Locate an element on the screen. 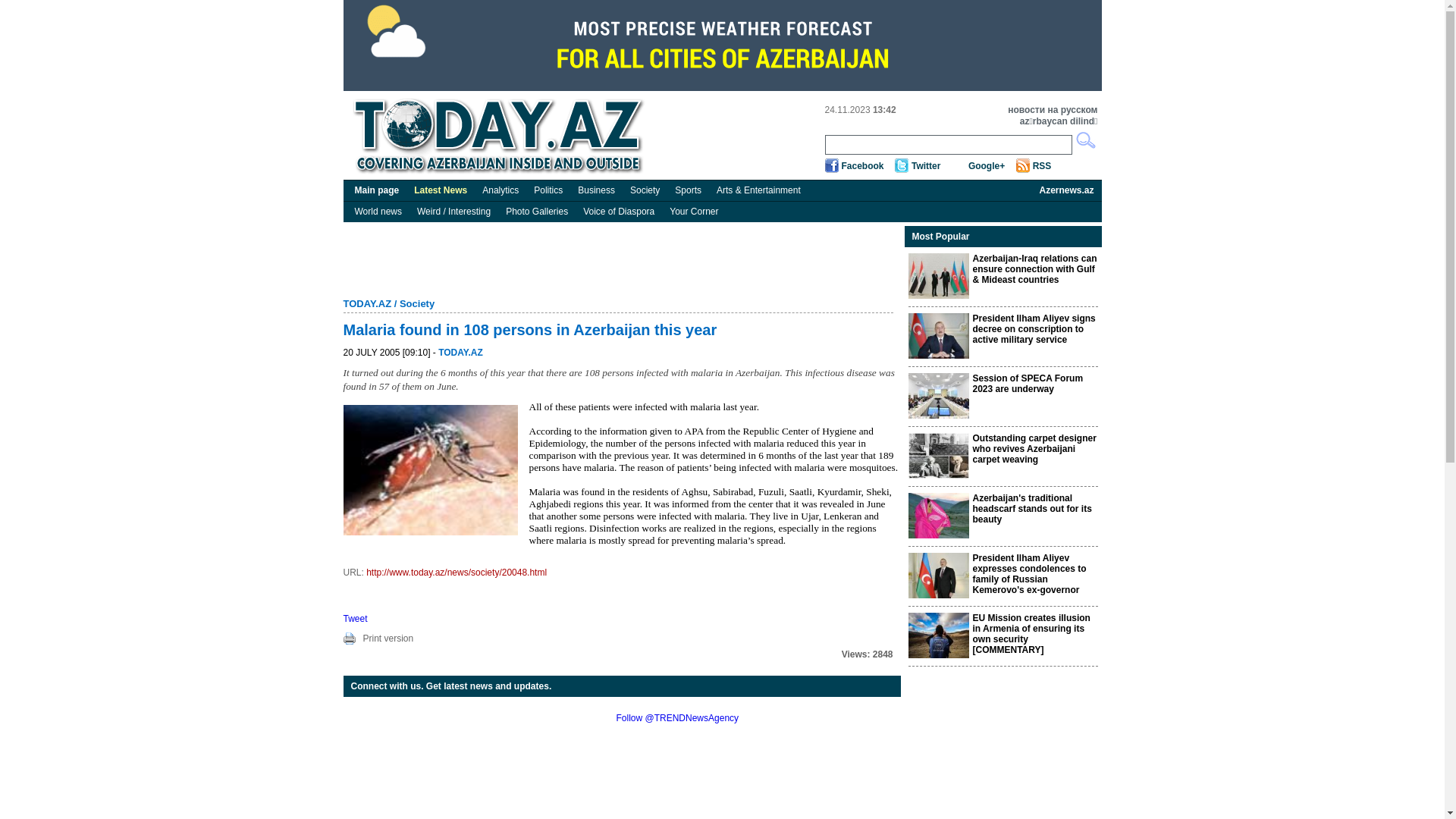 This screenshot has width=1456, height=819. 'Arts & Entertainment' is located at coordinates (758, 189).